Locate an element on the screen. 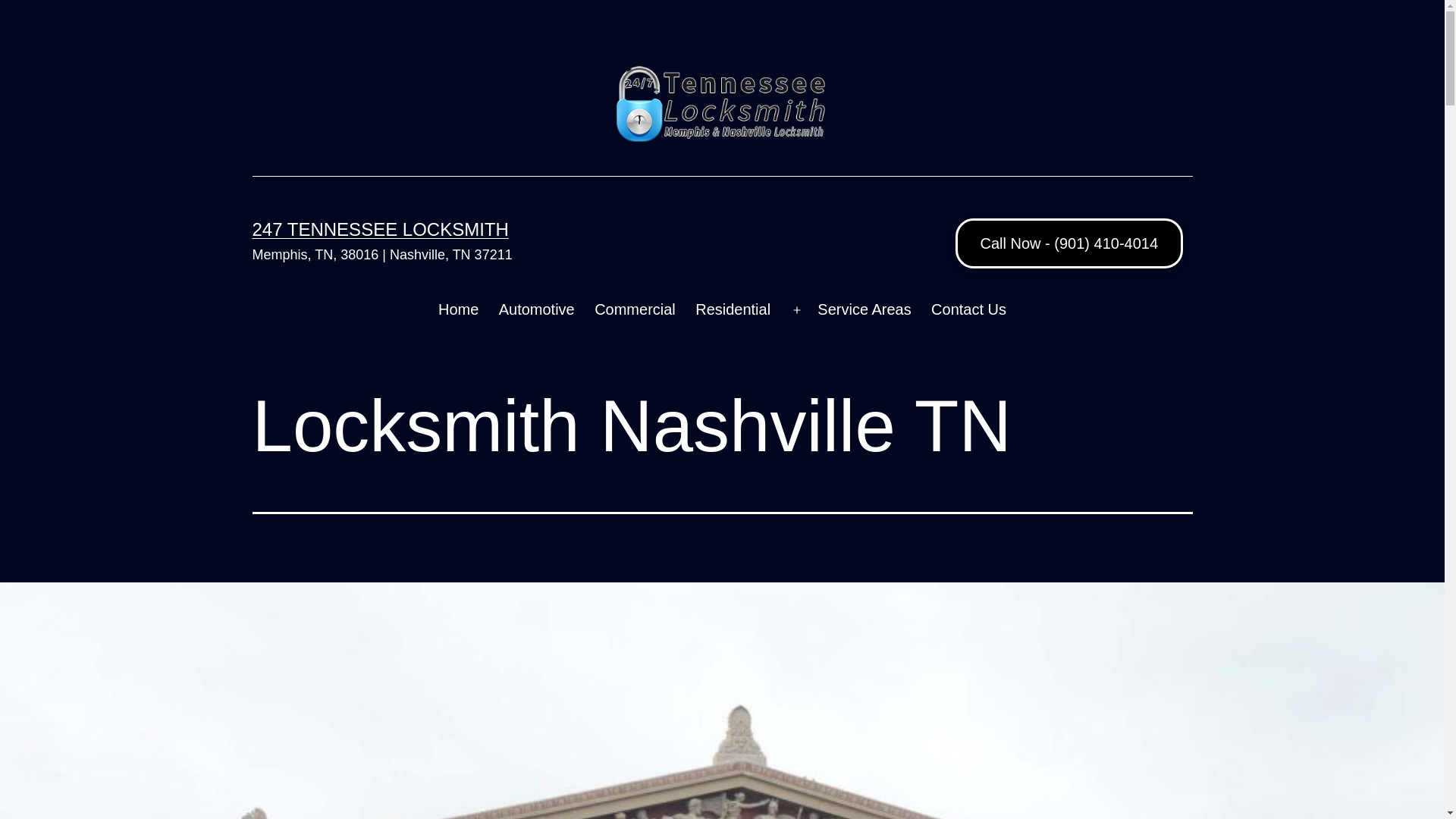 This screenshot has height=819, width=1456. 'Home' is located at coordinates (457, 309).